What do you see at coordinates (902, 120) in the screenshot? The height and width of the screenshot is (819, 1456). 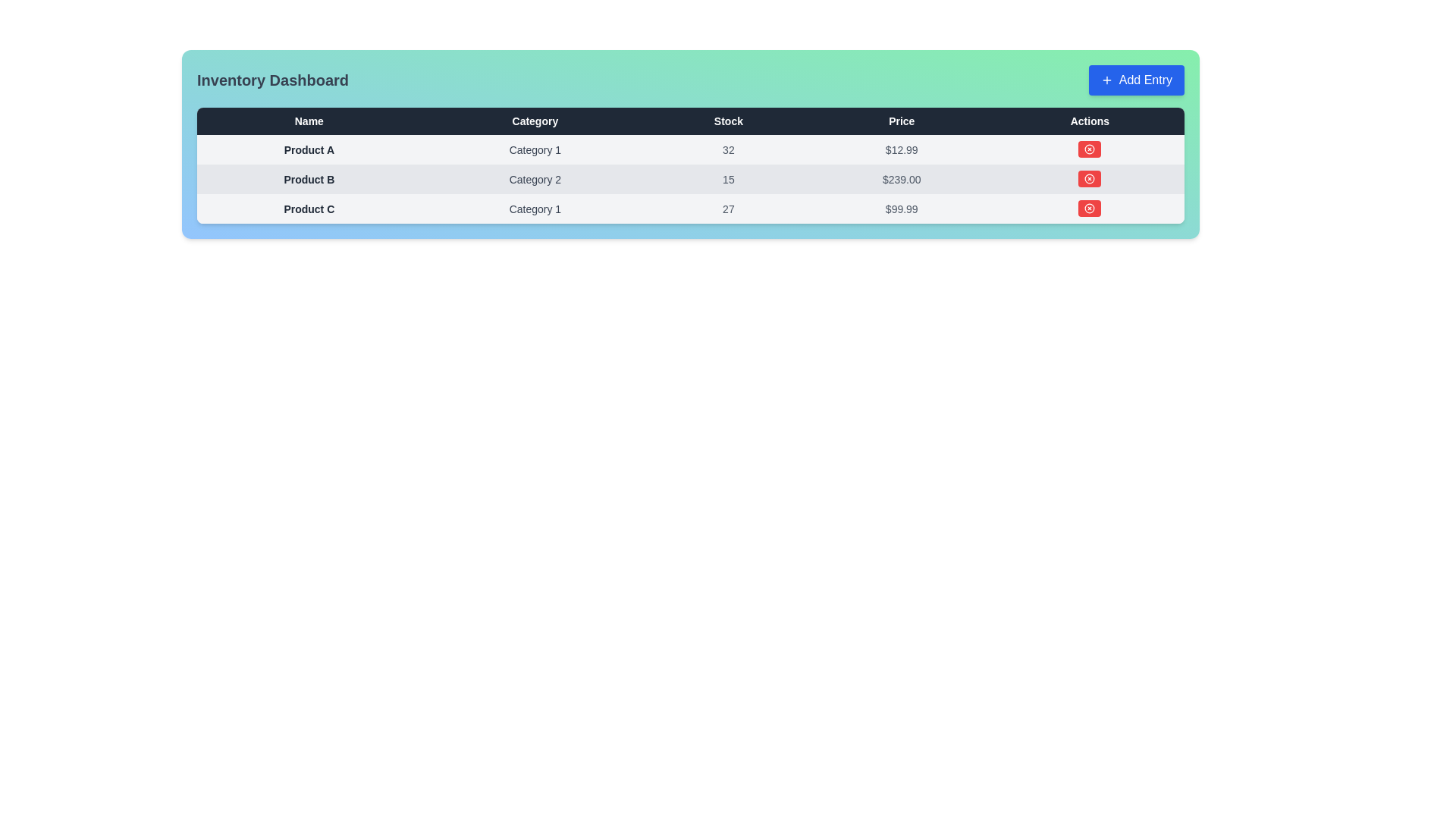 I see `the text content of the Table Header Cell labeled 'Price', which is the fourth header in a table, positioned between 'Stock' and 'Actions'` at bounding box center [902, 120].